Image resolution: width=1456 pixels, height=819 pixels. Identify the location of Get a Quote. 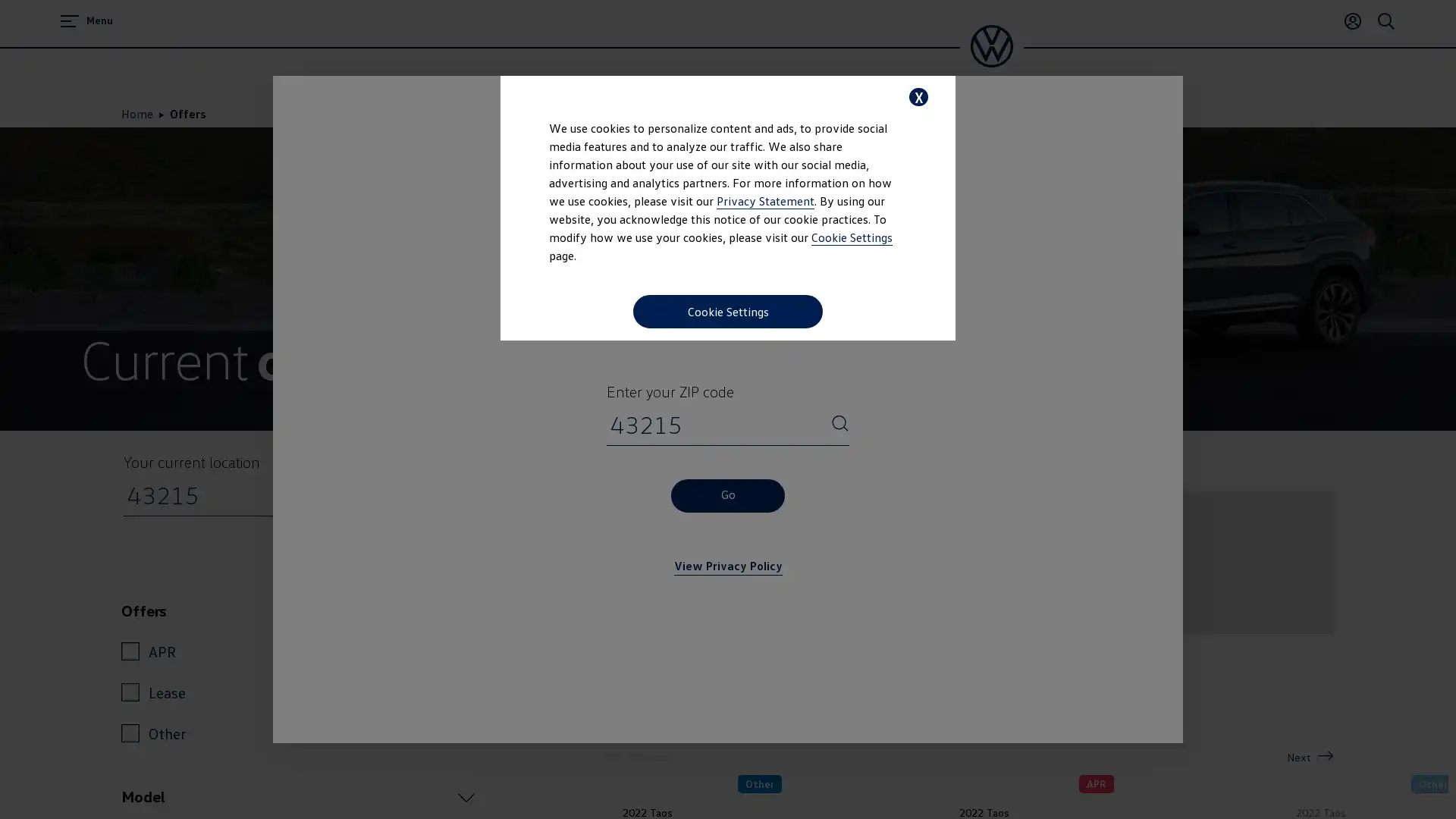
(895, 704).